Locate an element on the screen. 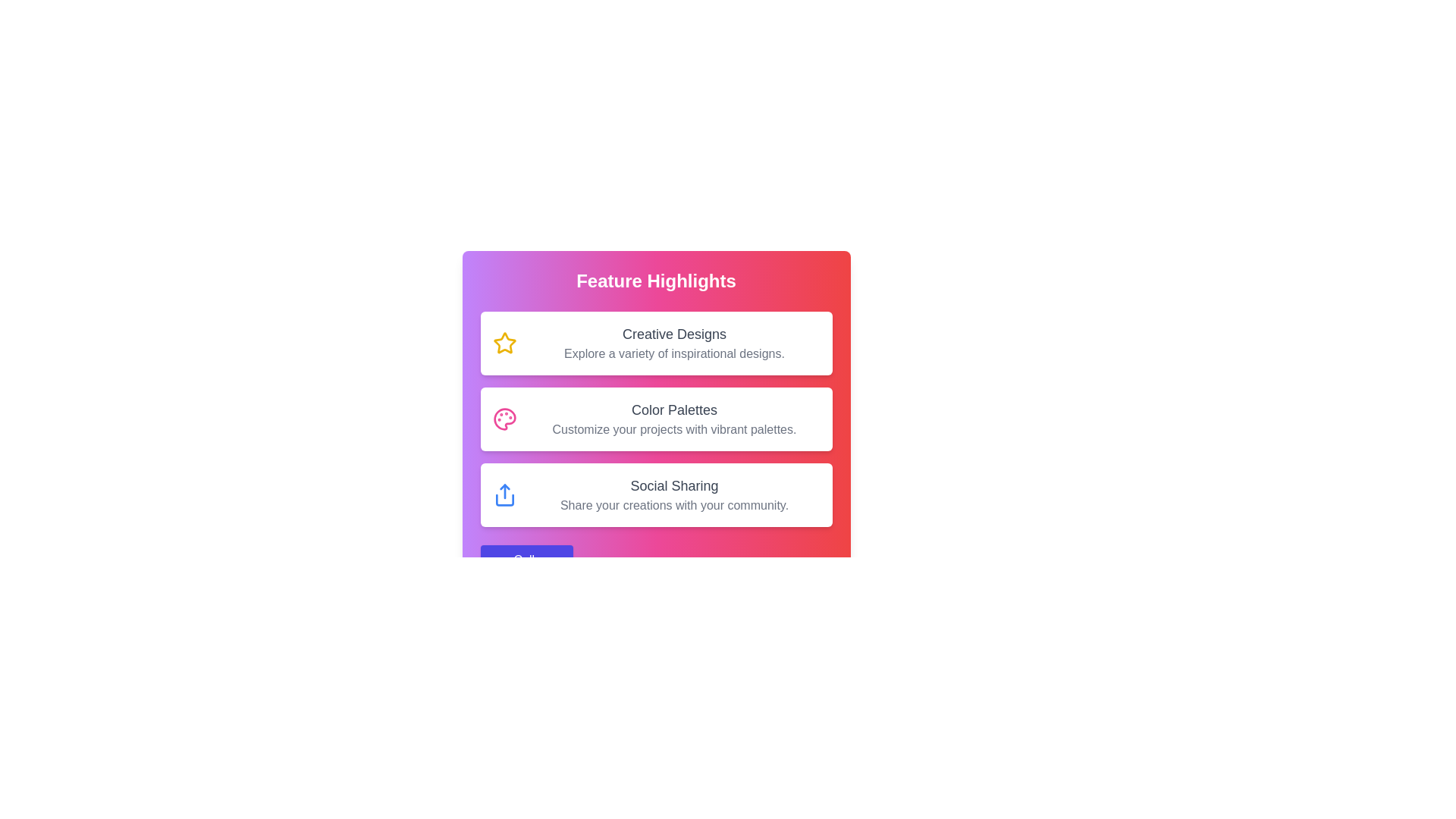  the list of informational cards located beneath the 'Feature Highlights' title header is located at coordinates (656, 419).